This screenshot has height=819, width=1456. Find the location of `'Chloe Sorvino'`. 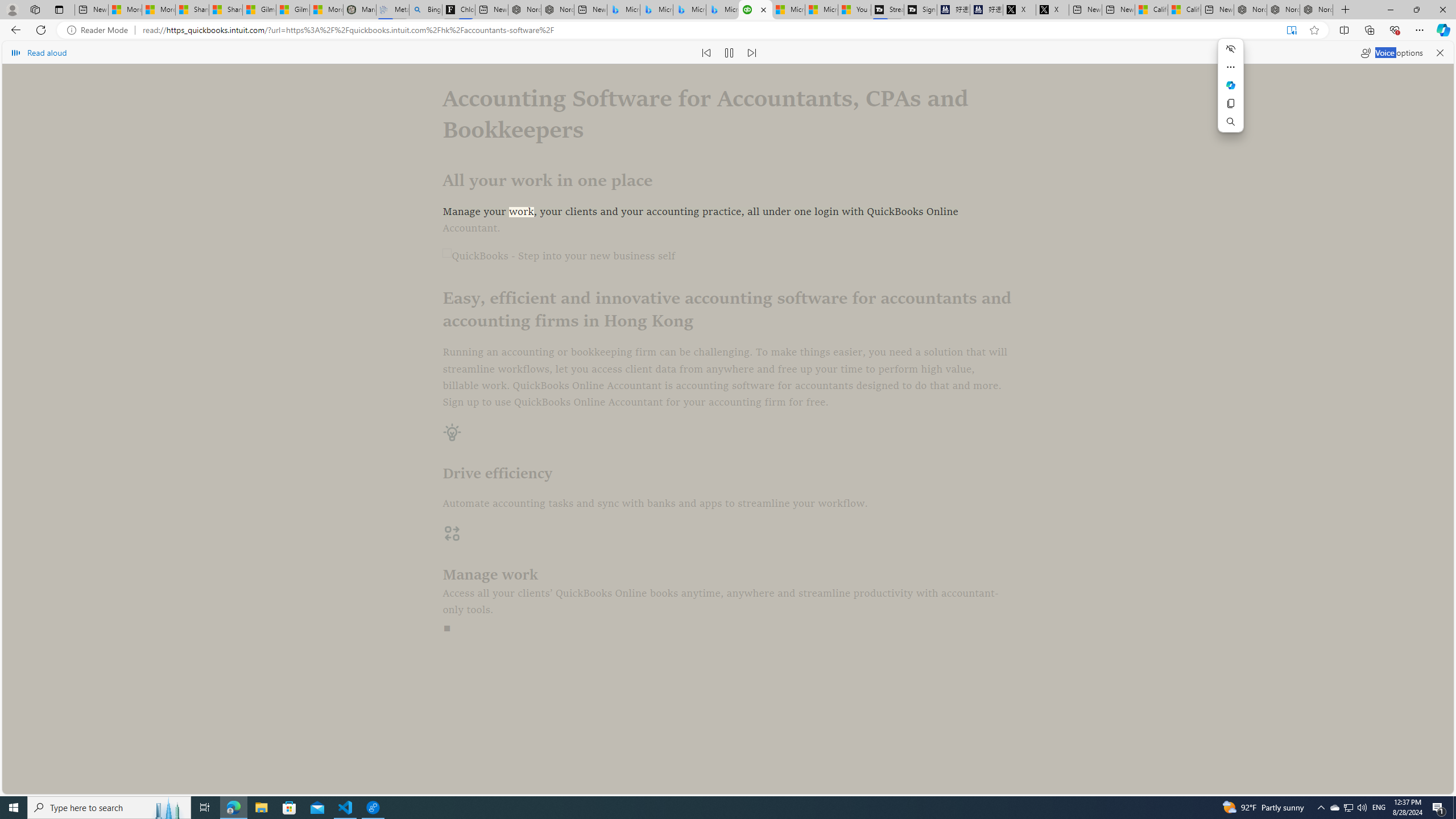

'Chloe Sorvino' is located at coordinates (458, 9).